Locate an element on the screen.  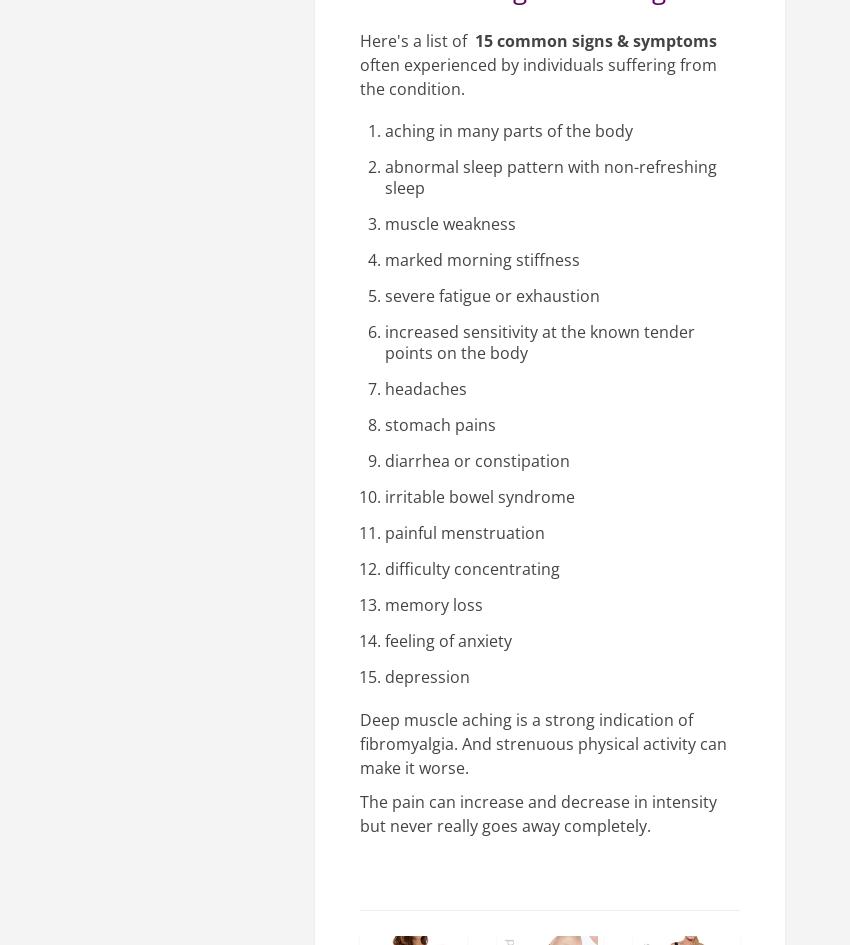
'diarrhea or constipation' is located at coordinates (477, 460).